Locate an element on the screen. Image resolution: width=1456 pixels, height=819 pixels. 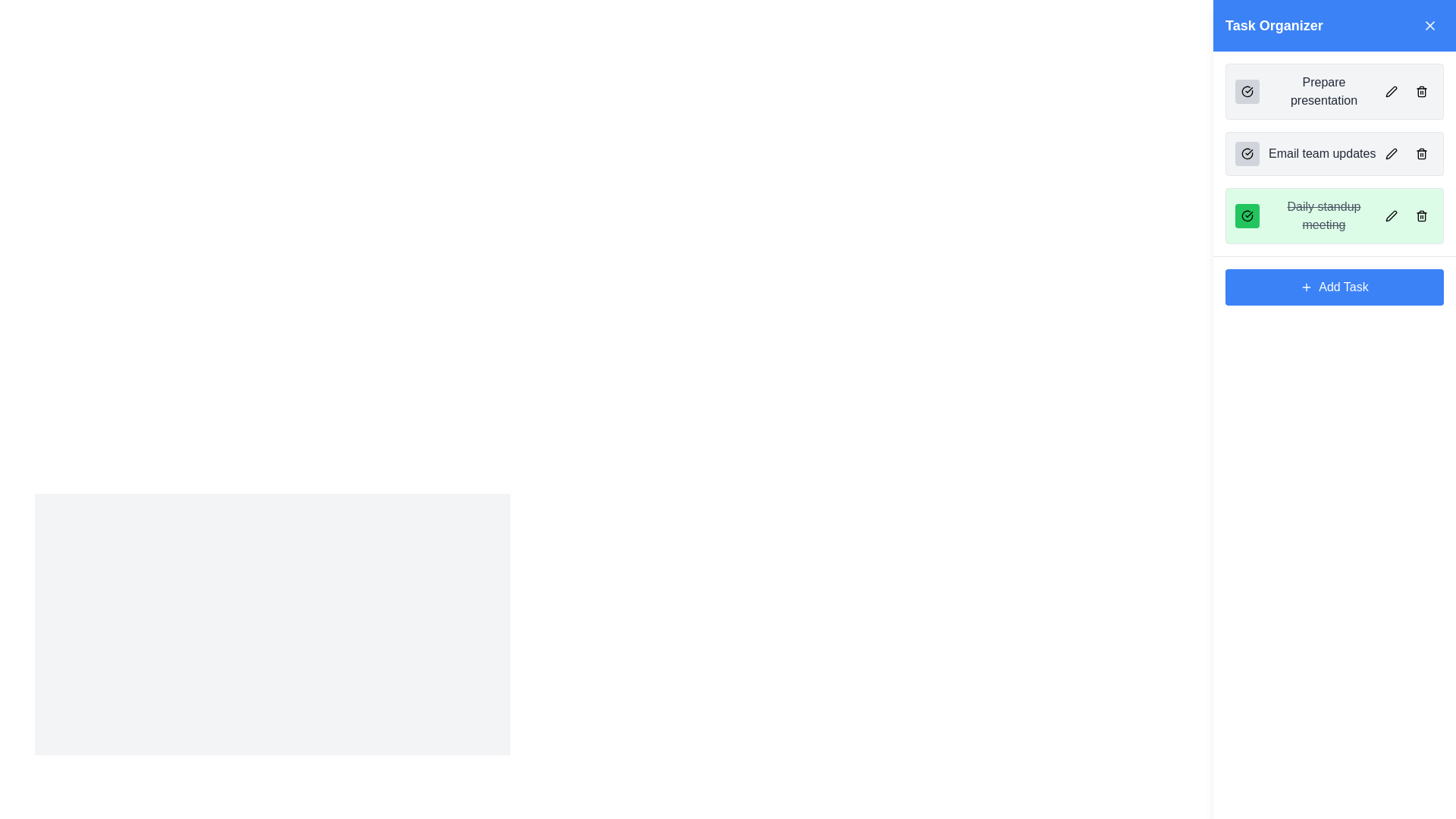
the edit icon located in the second row of the task list on the right-hand side to initiate editing of the corresponding task's details is located at coordinates (1391, 154).